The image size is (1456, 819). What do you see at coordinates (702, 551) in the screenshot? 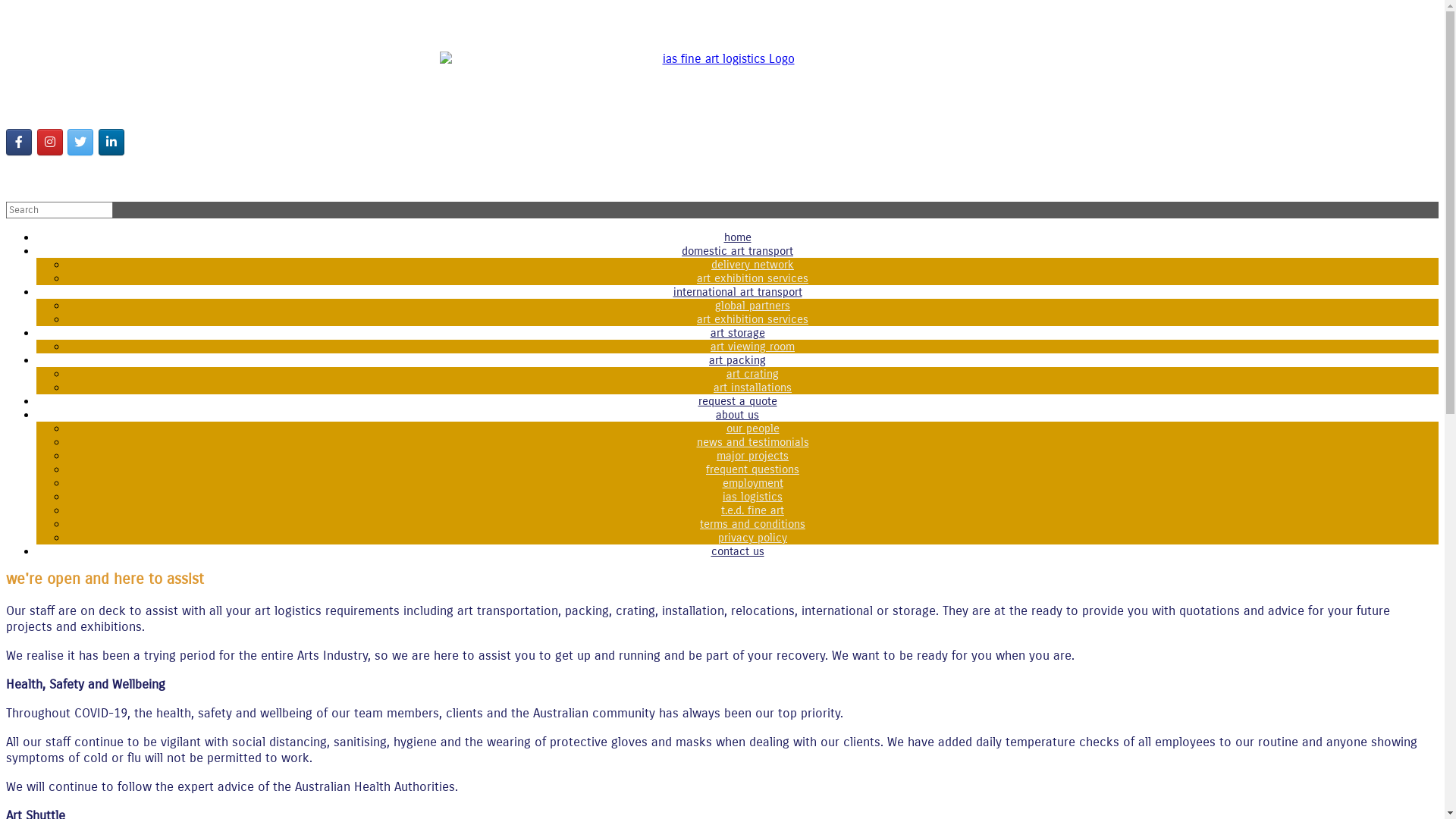
I see `'contact us'` at bounding box center [702, 551].